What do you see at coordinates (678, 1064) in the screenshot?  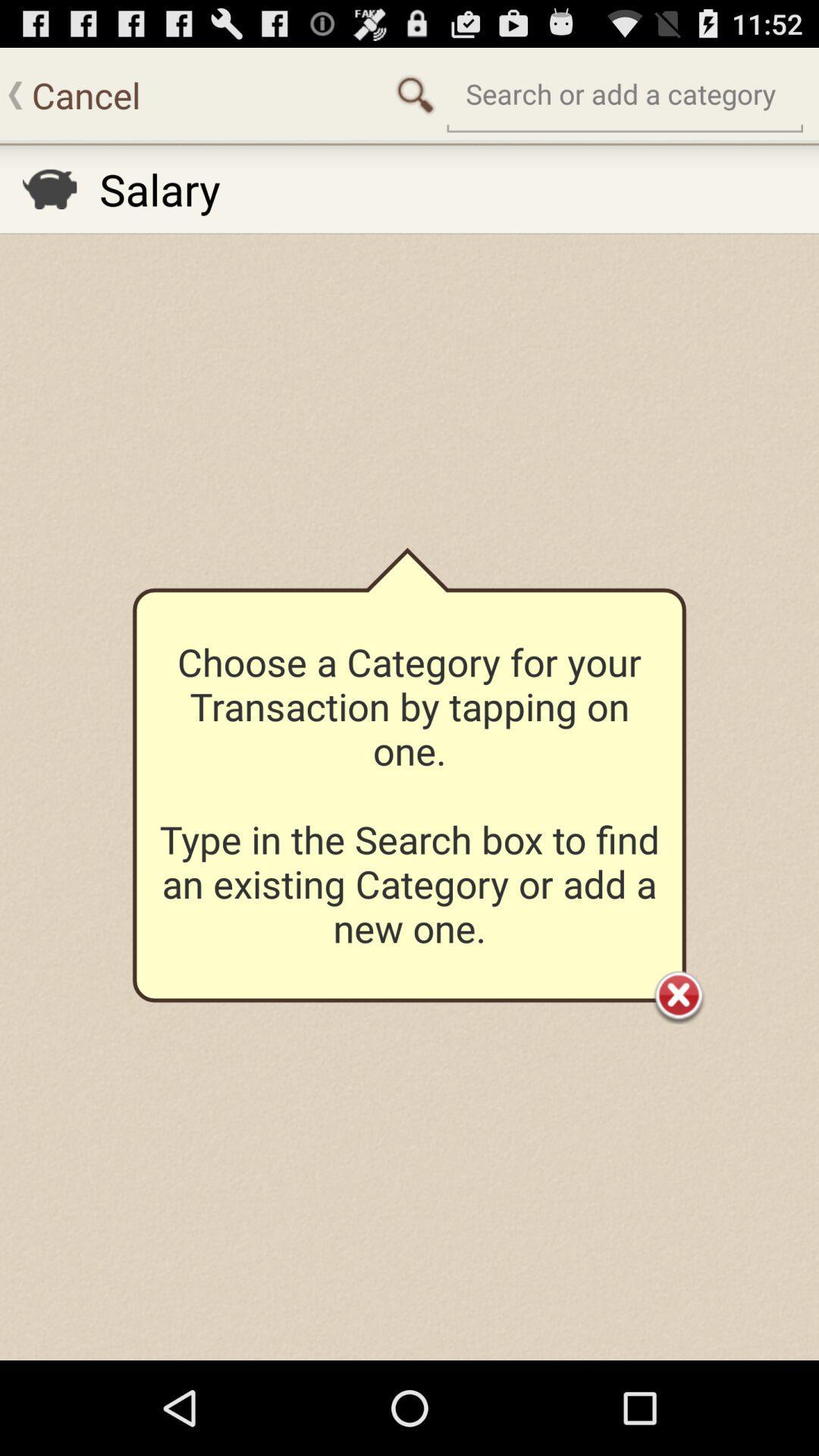 I see `the close icon` at bounding box center [678, 1064].